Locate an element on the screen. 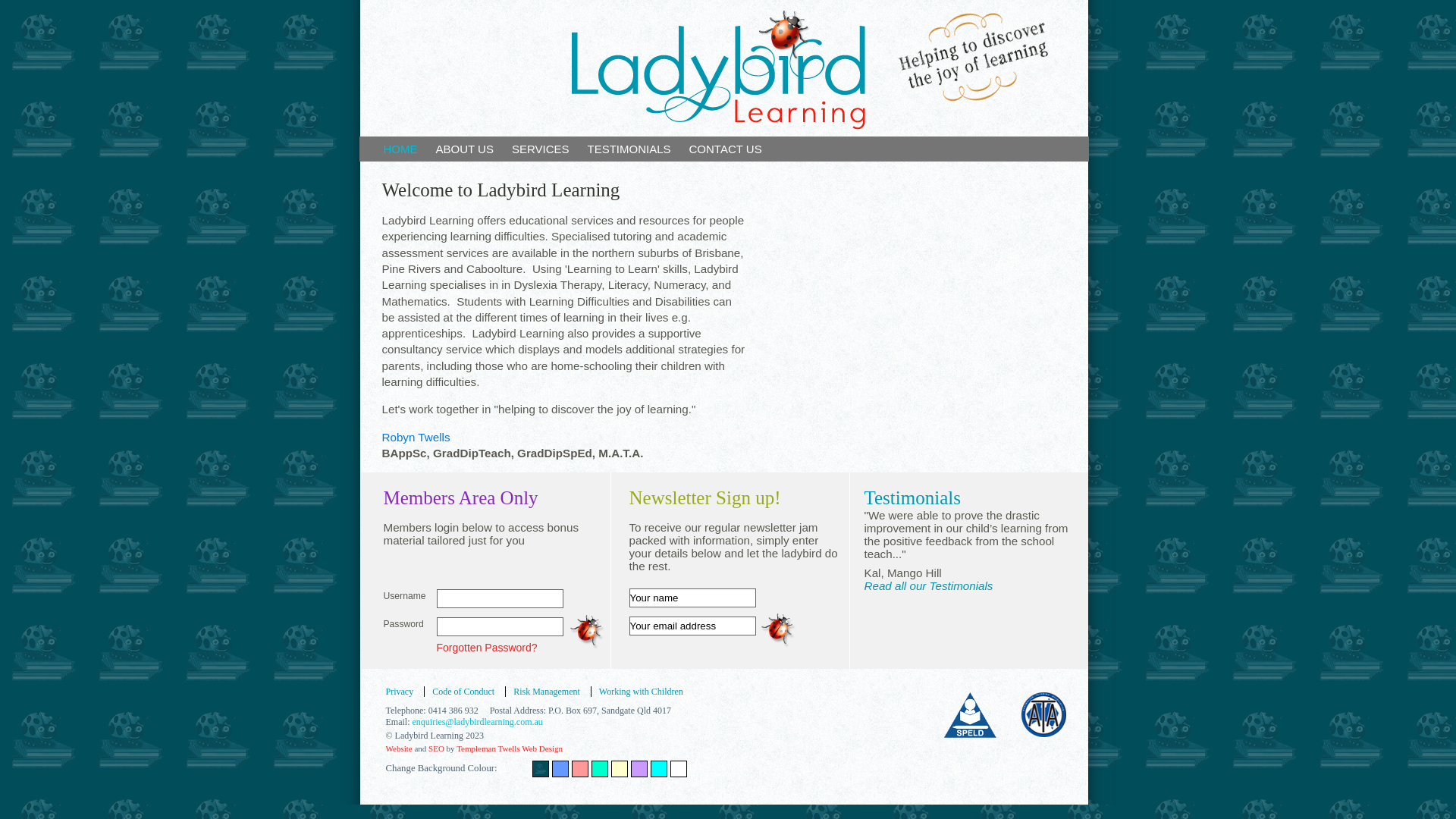 This screenshot has width=1456, height=819. 'Read all our Testimonials' is located at coordinates (927, 585).